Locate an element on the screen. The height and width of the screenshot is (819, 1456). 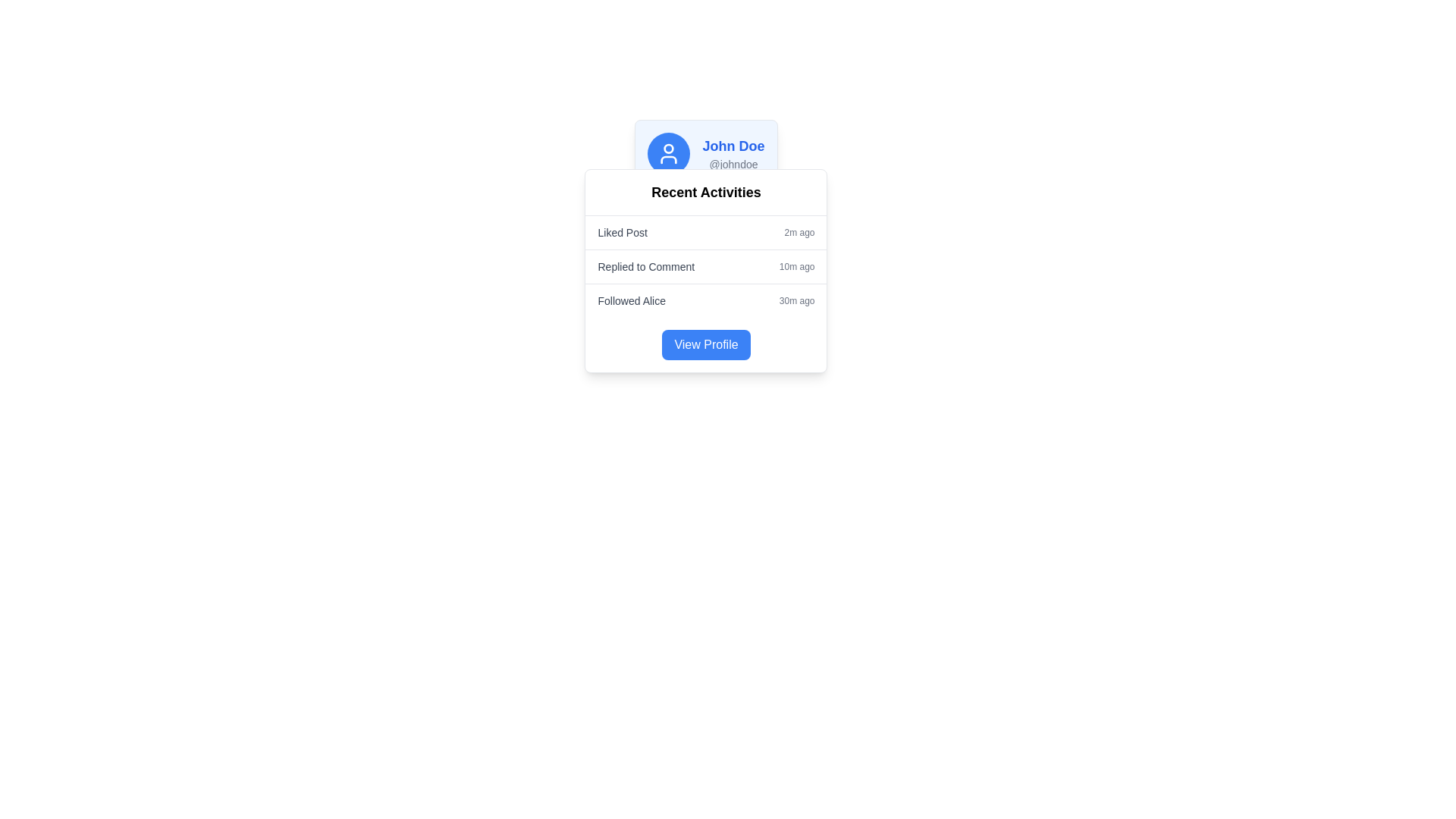
static text indicating the elapsed time since the activity, which shows that 10 minutes have passed since the activity occurred. This text is located at the far-right end of the row labeled 'Replied to Comment' in the 'Recent Activities' section is located at coordinates (796, 265).